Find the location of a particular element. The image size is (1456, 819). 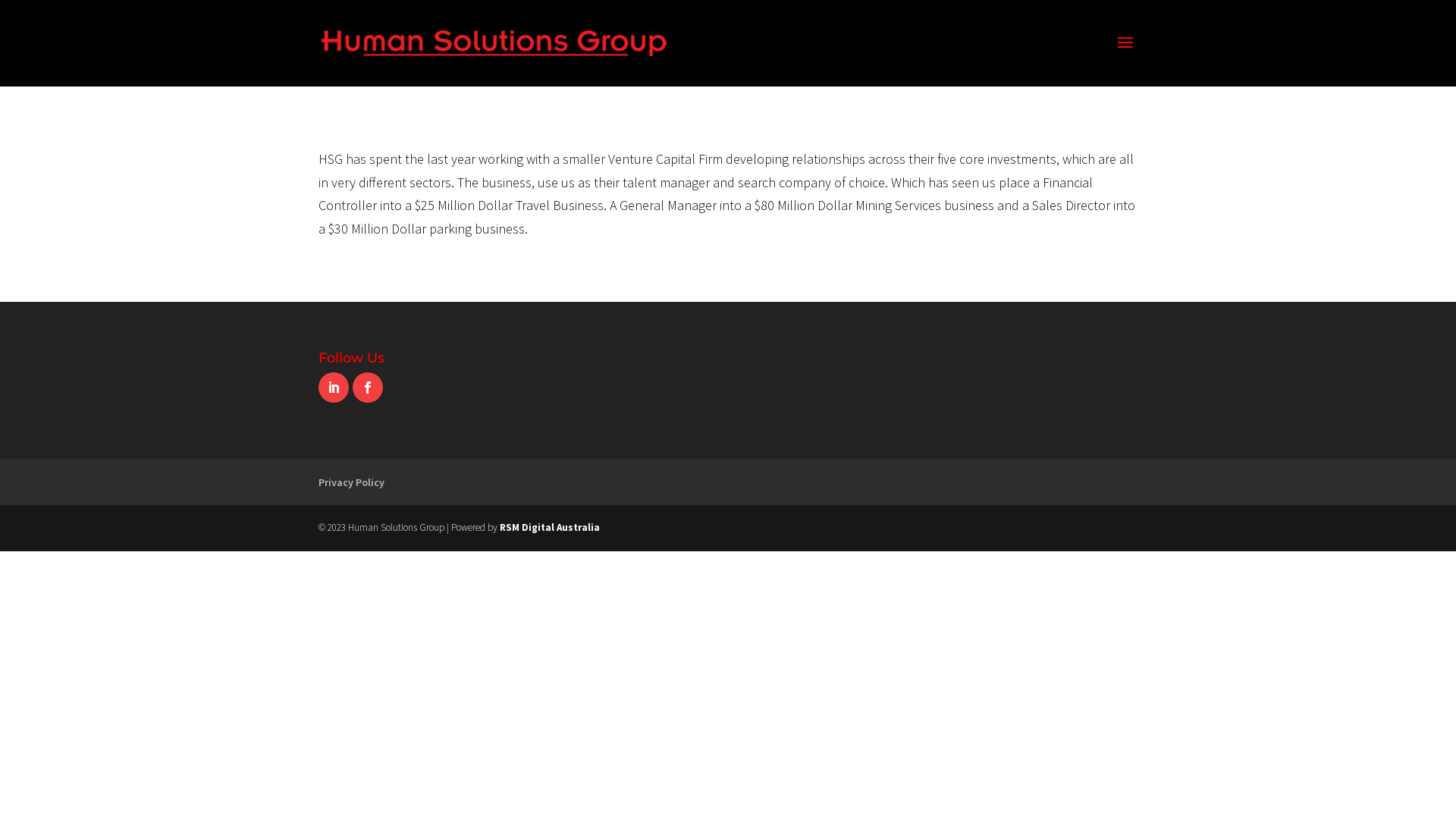

'RSM Digital Australia' is located at coordinates (548, 526).